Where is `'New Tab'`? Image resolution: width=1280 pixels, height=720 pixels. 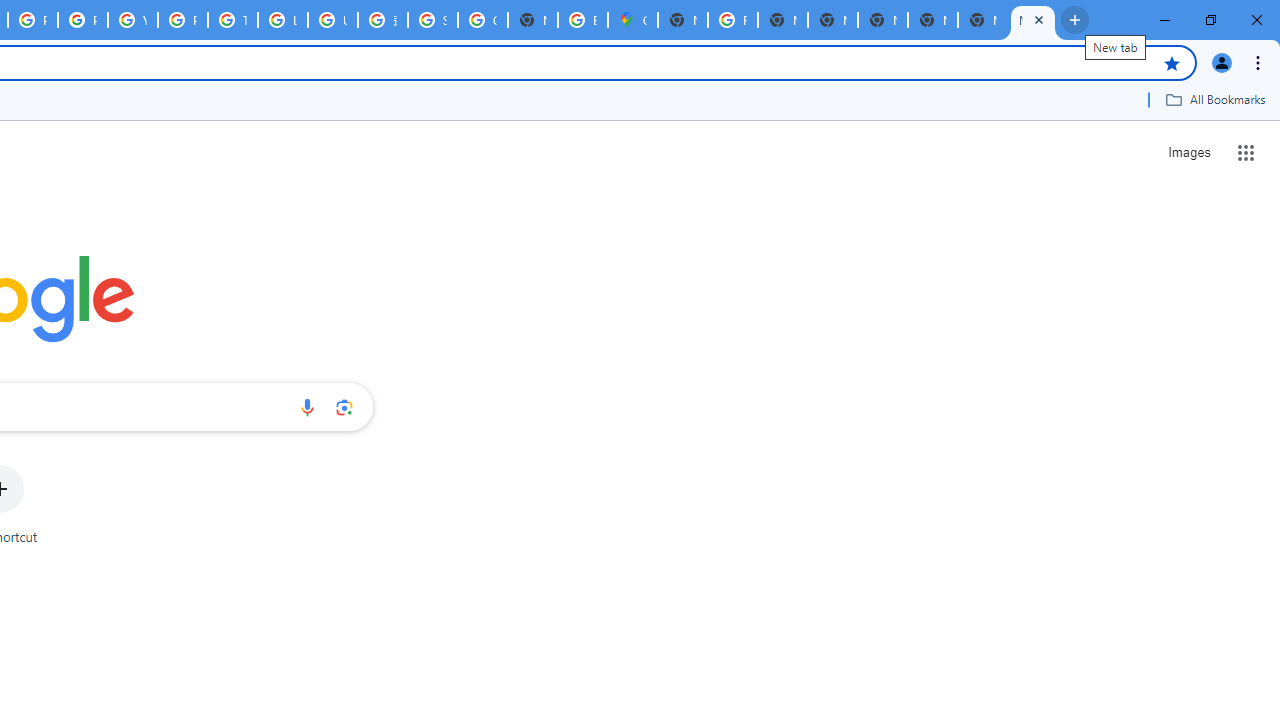
'New Tab' is located at coordinates (983, 20).